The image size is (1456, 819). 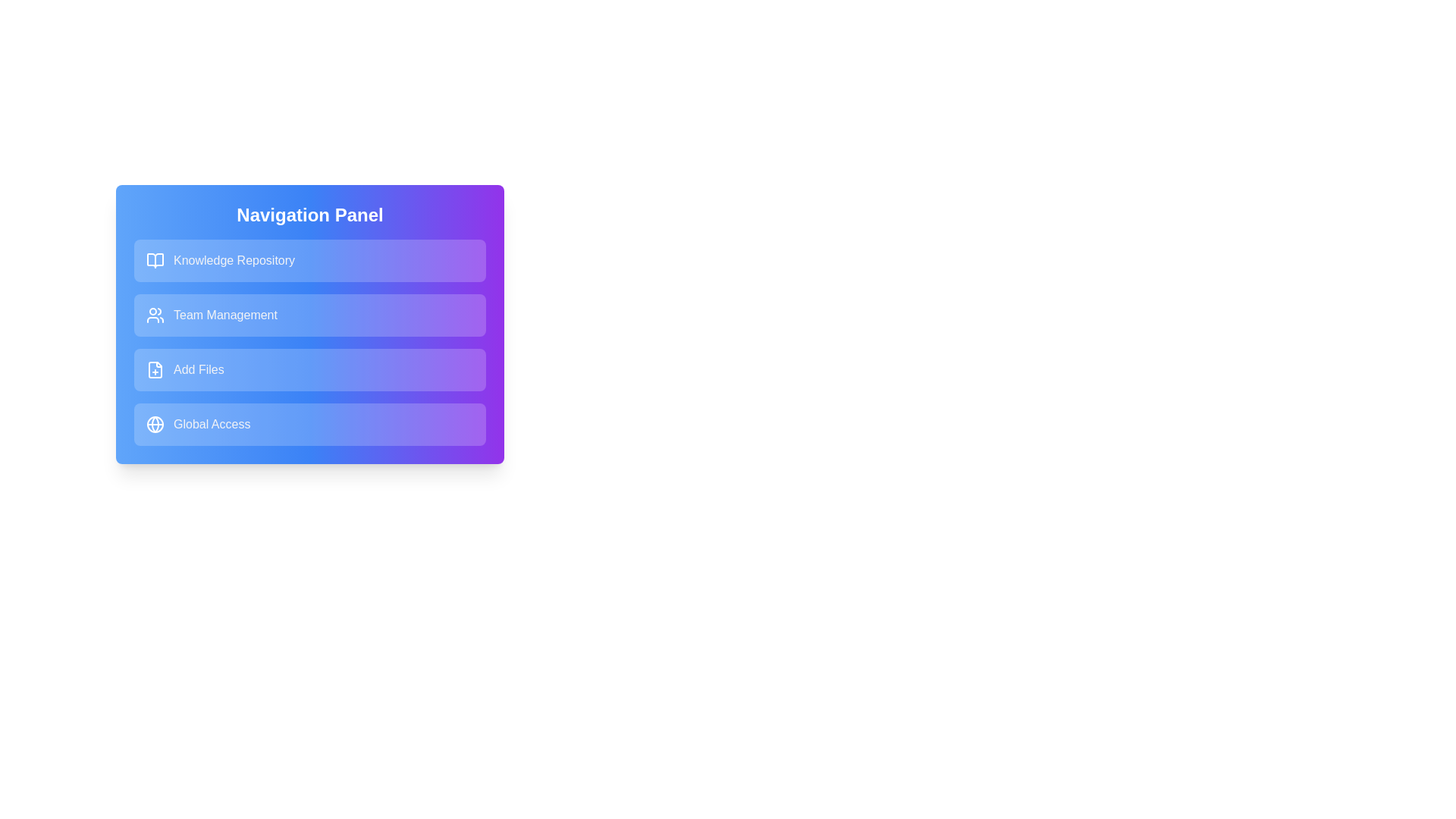 What do you see at coordinates (309, 424) in the screenshot?
I see `the navigation item labeled Global Access` at bounding box center [309, 424].